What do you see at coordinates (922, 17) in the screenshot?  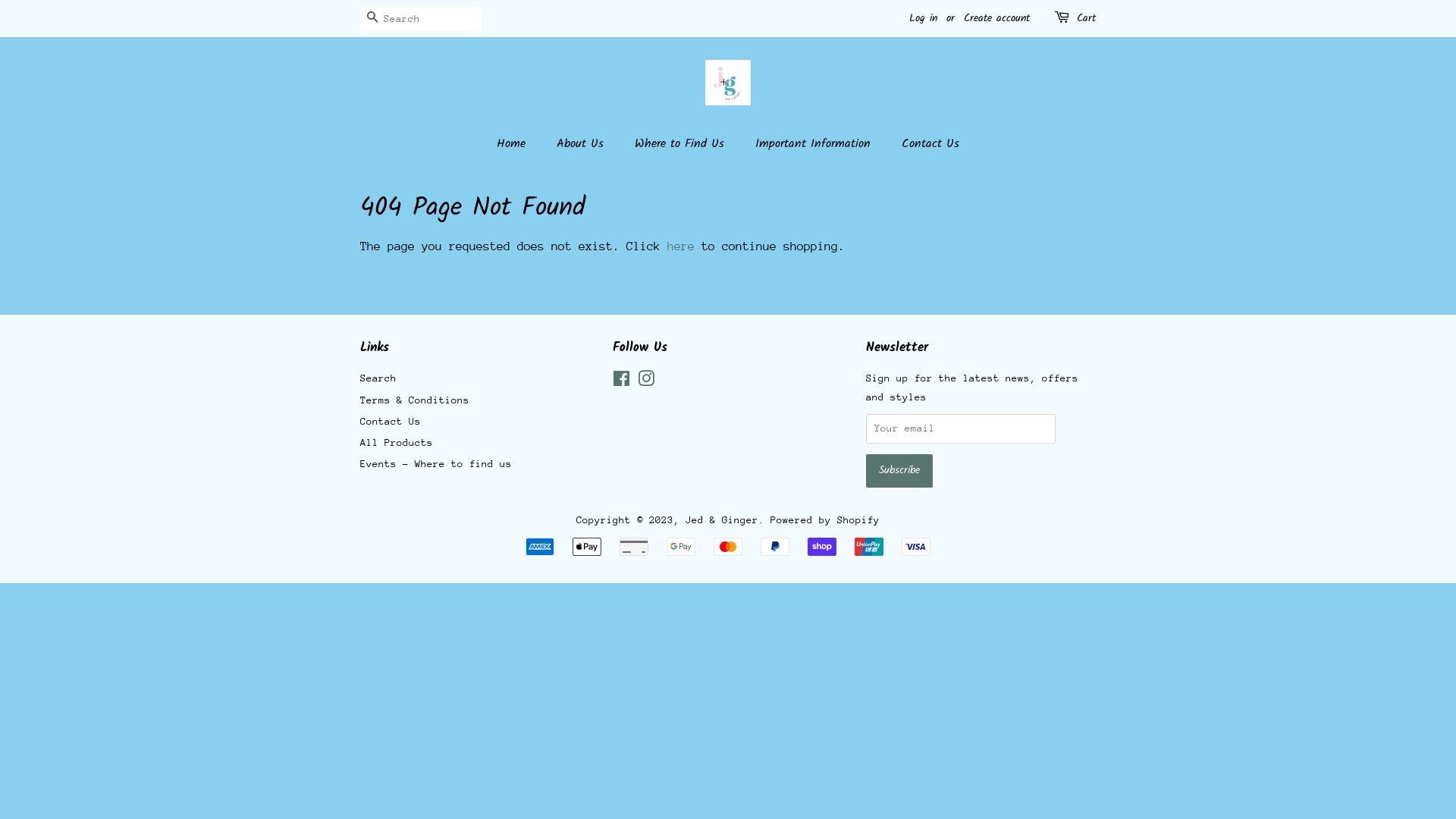 I see `'Log in'` at bounding box center [922, 17].